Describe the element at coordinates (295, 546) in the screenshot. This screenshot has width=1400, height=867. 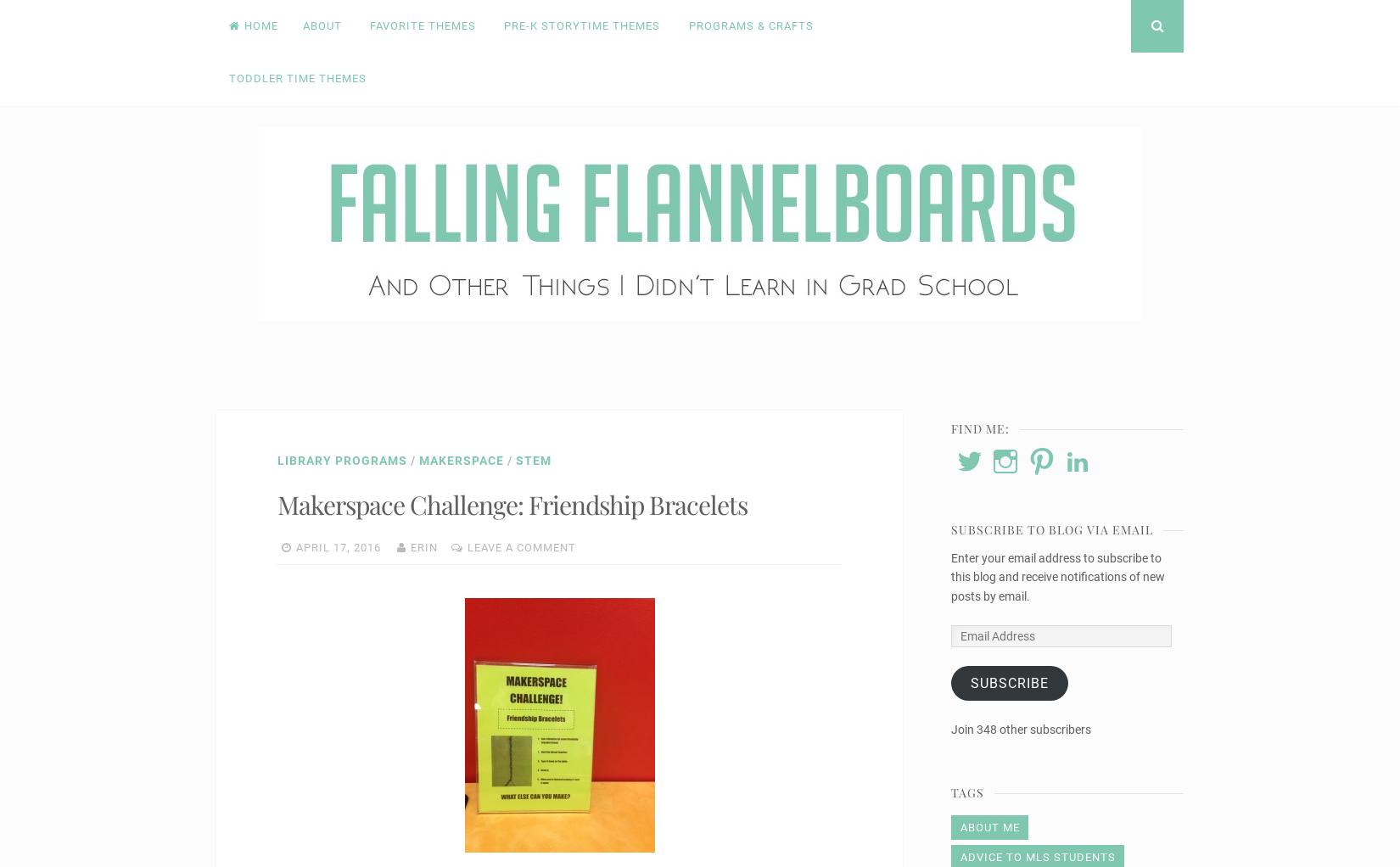
I see `'April 17, 2016'` at that location.